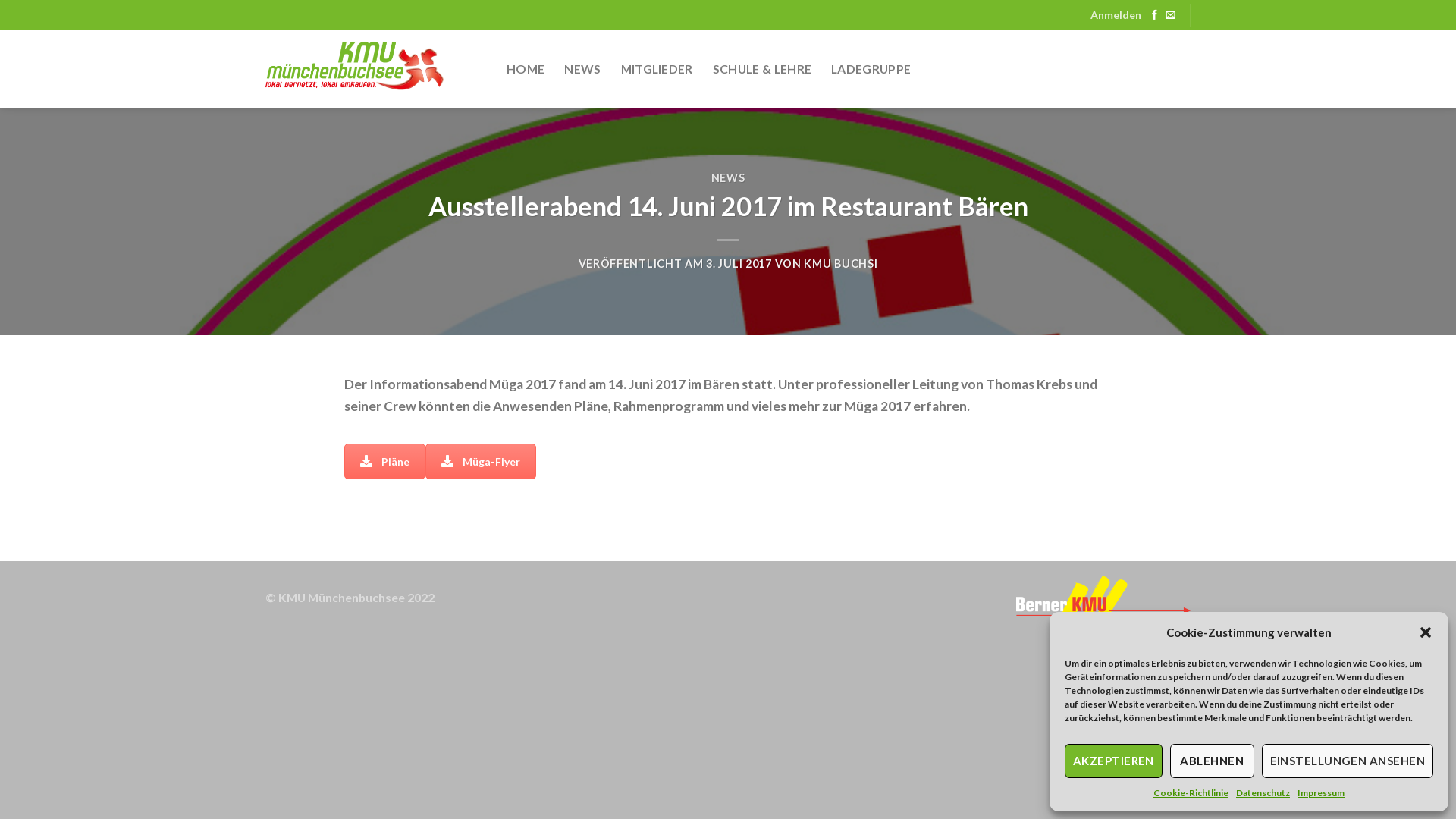  I want to click on '3. JULI 2017', so click(705, 262).